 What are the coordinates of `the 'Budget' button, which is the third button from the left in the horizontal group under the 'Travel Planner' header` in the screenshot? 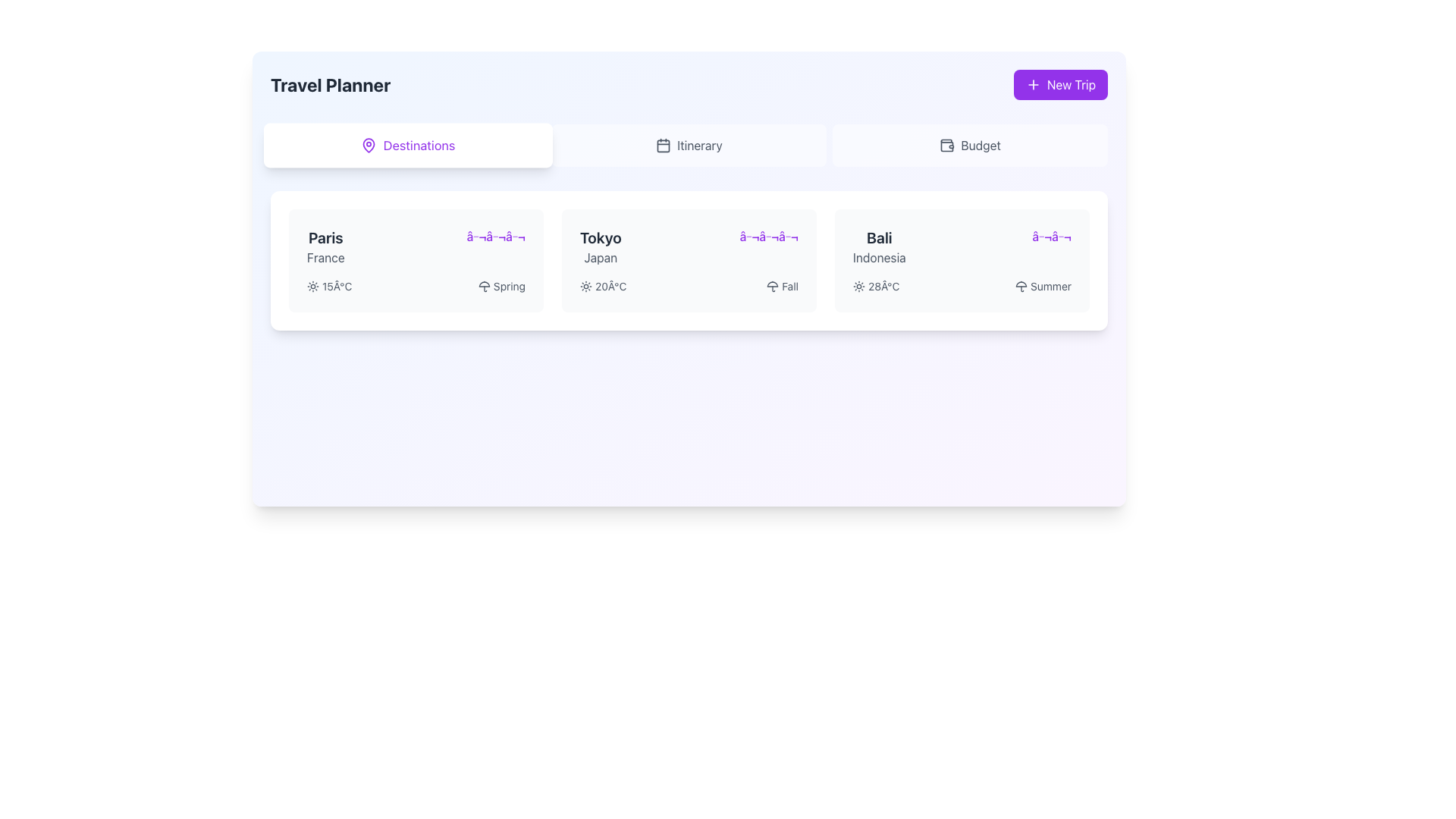 It's located at (969, 146).